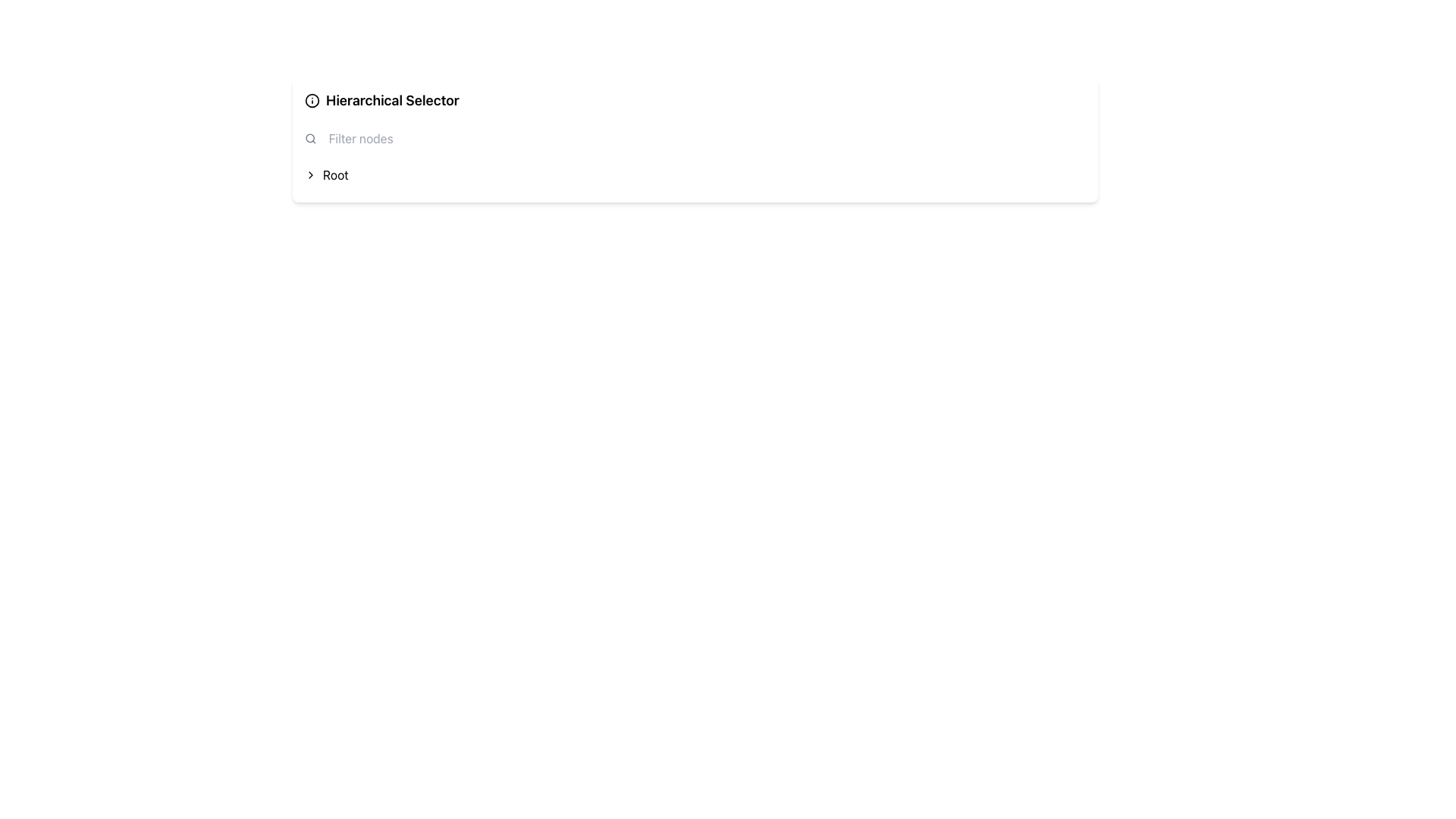 This screenshot has width=1456, height=819. I want to click on the navigation indicator button, which is an interactive SVG icon located to the left of the 'Root' label in a hierarchical selector interface, so click(309, 174).